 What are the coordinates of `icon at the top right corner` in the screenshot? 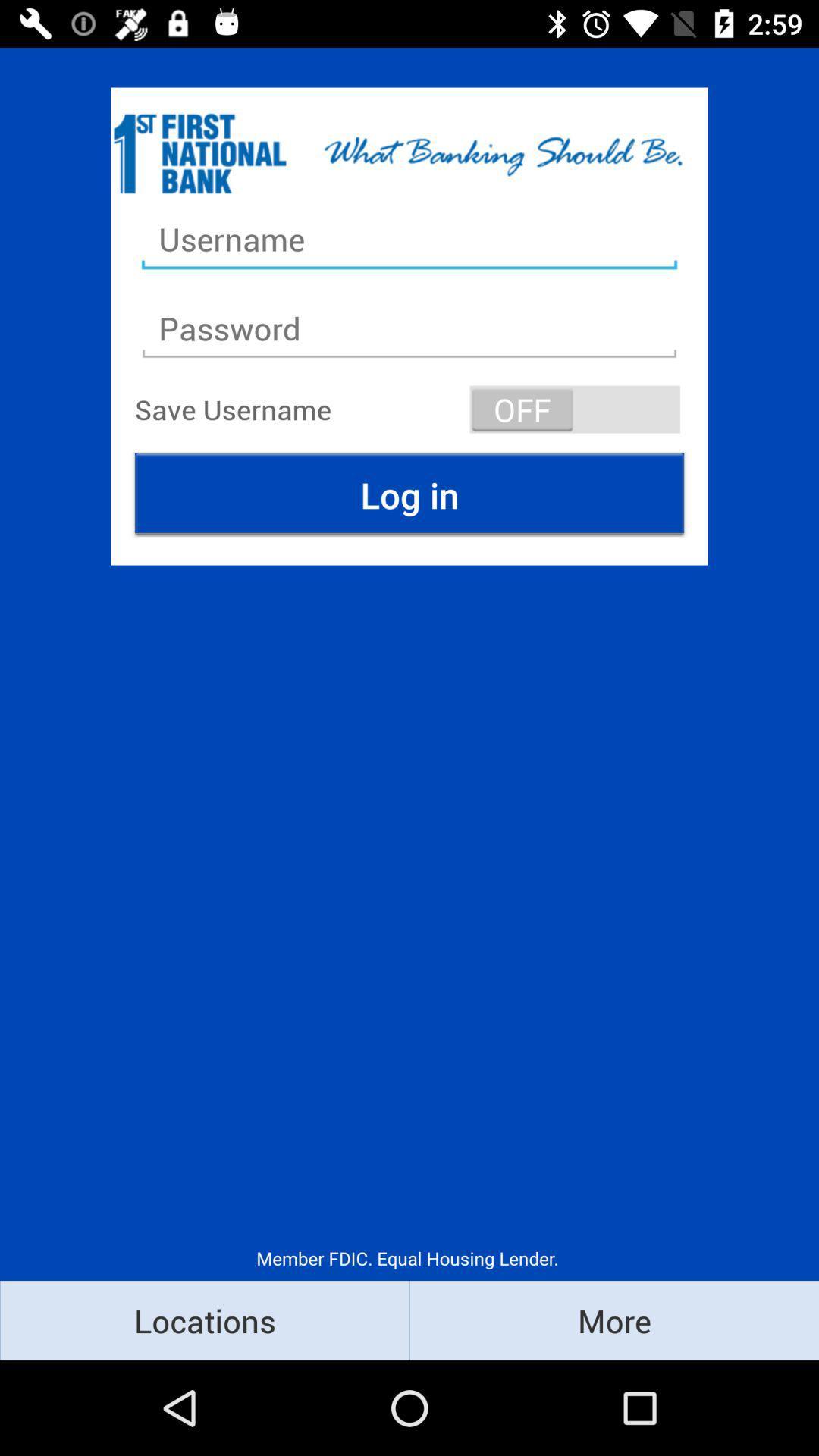 It's located at (575, 409).